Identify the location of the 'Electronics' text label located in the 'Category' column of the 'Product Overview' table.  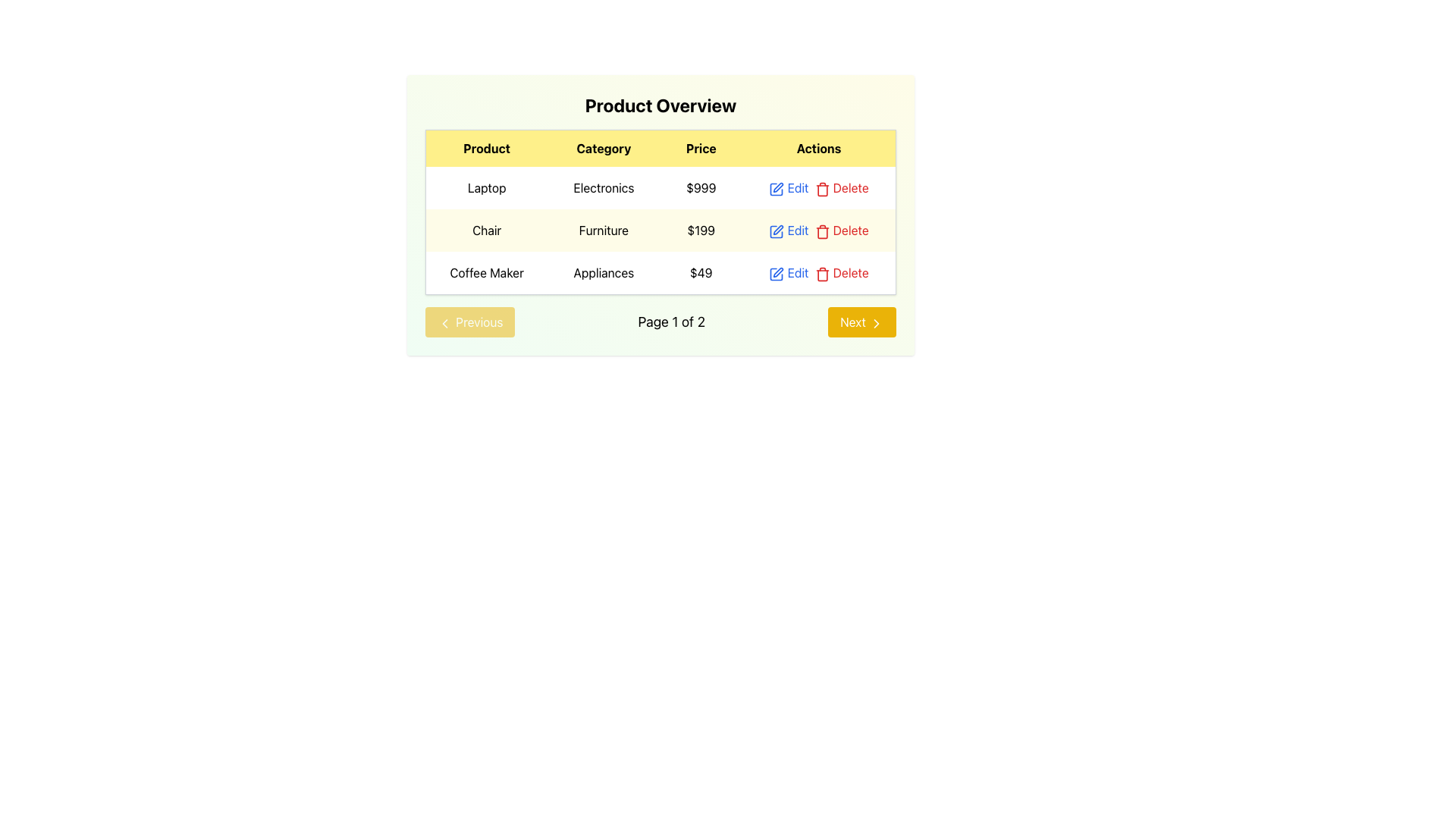
(603, 187).